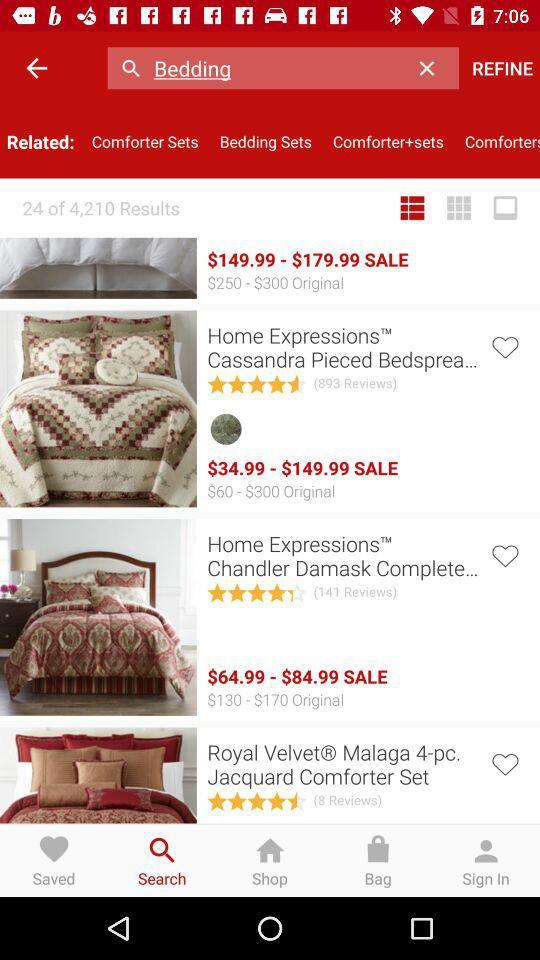 The image size is (540, 960). I want to click on or favorite, so click(503, 761).